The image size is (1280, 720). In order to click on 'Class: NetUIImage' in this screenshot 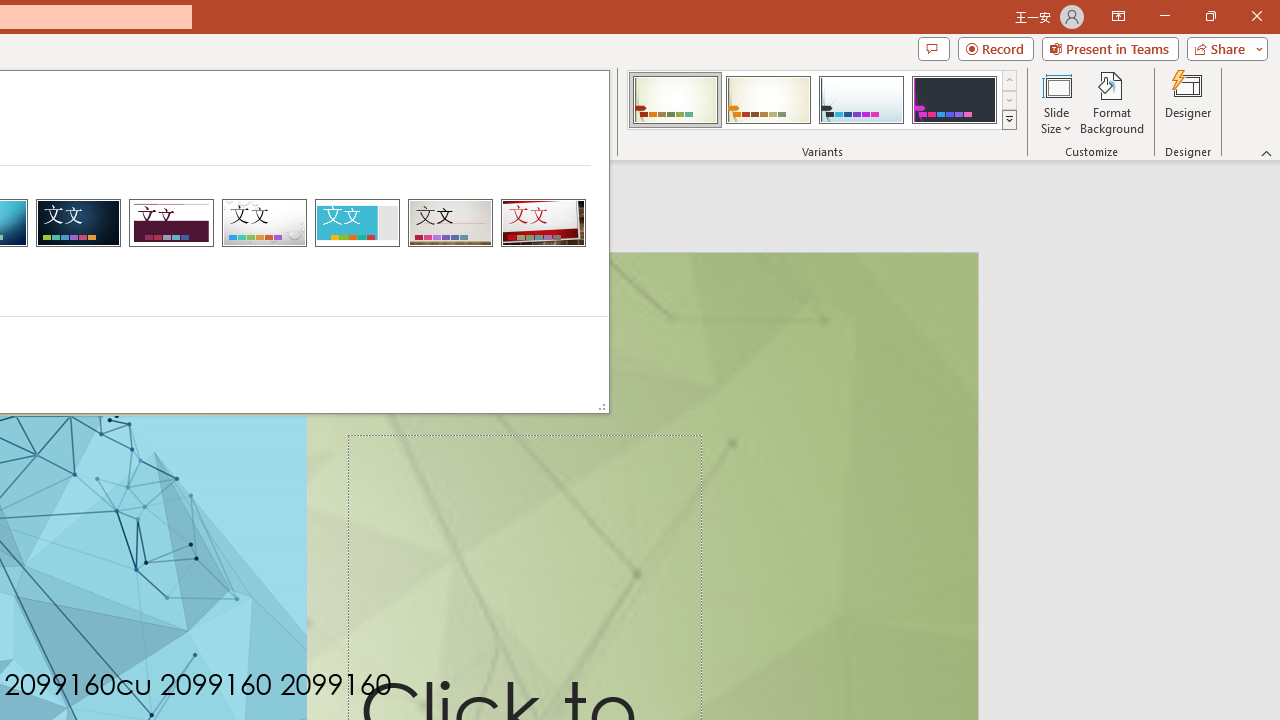, I will do `click(1009, 119)`.